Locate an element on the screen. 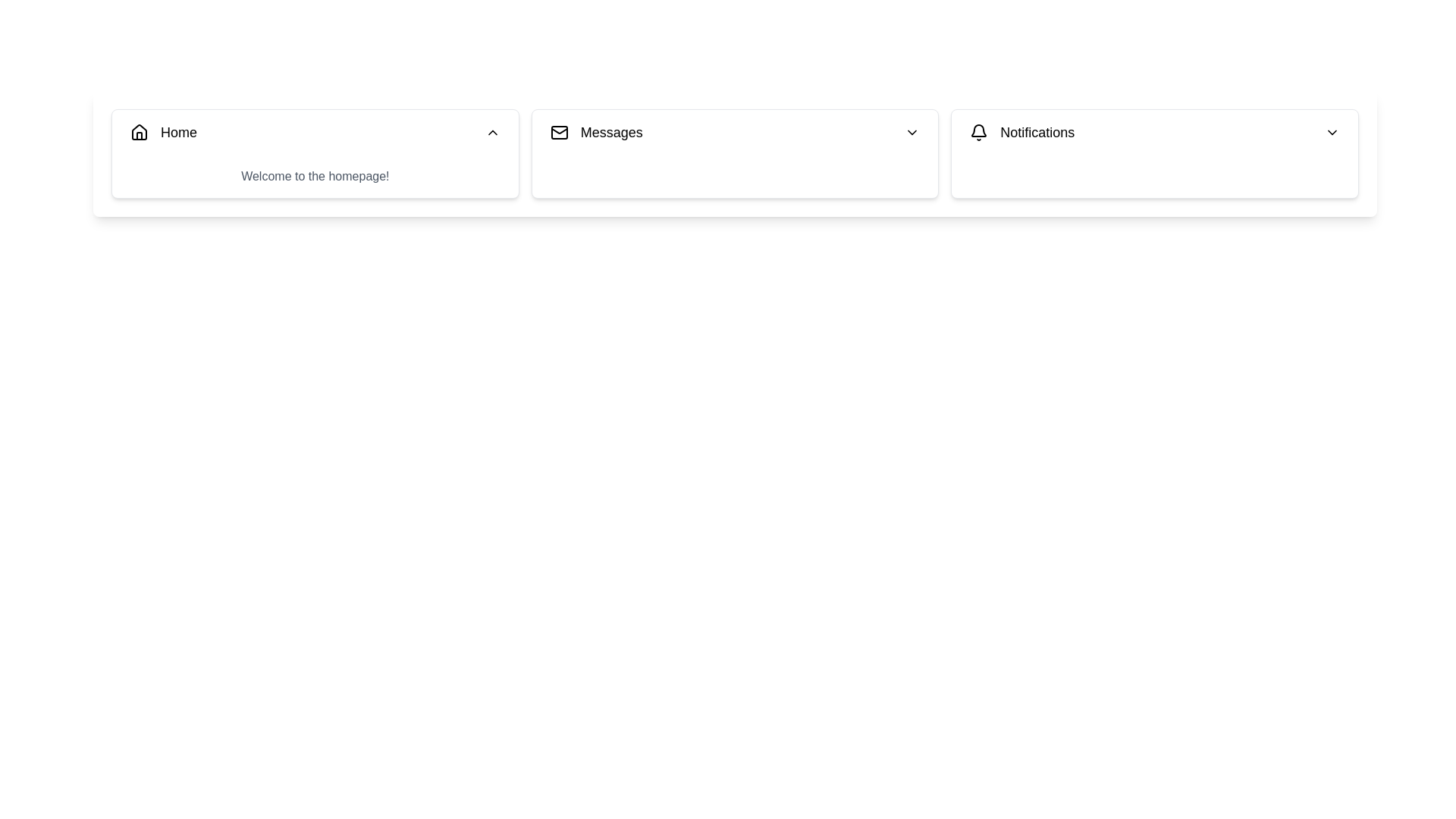  the 'Notifications' button located at the top-right corner of the grid layout is located at coordinates (1154, 154).